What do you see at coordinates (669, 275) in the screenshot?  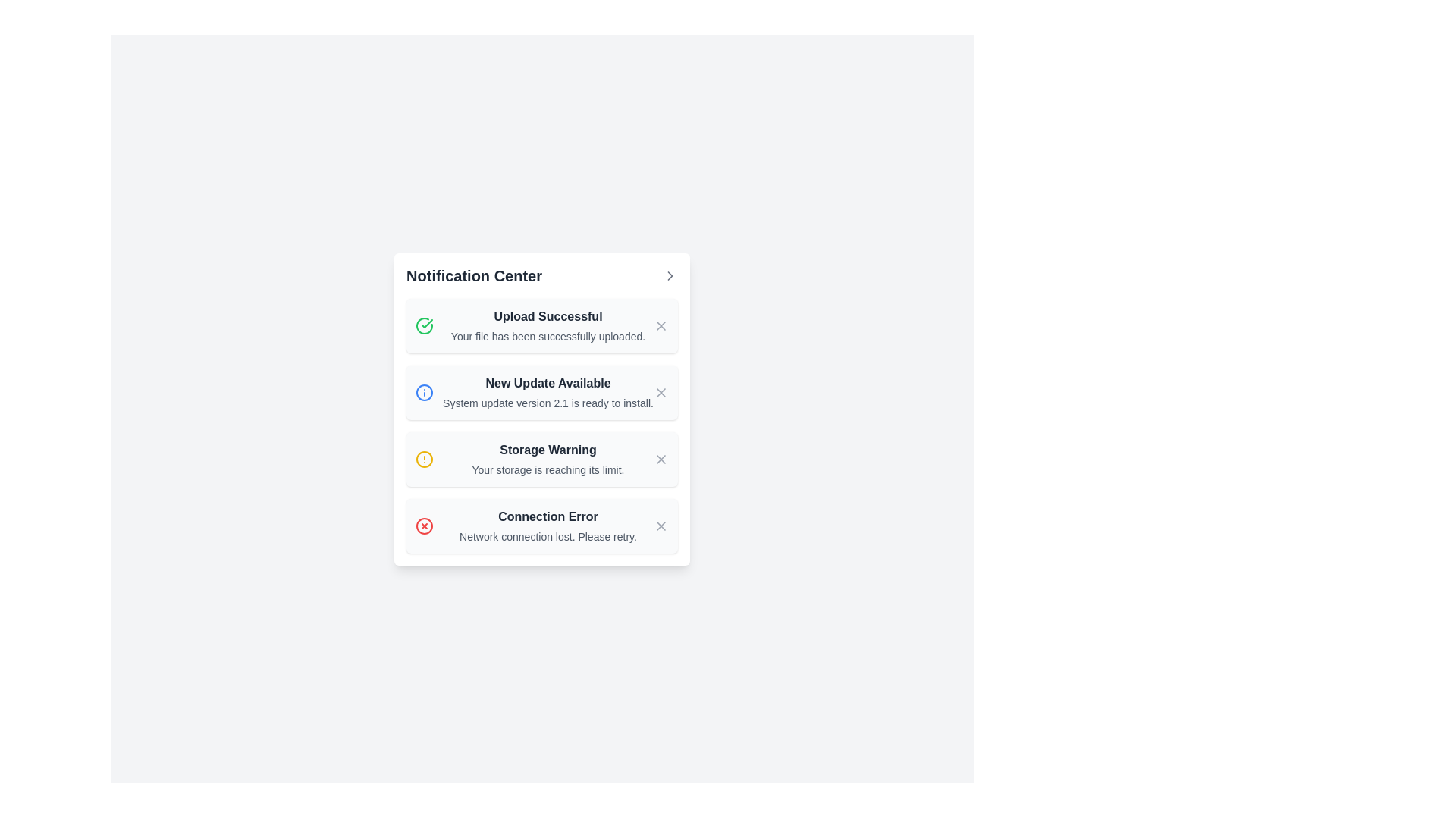 I see `the right-pointing chevron icon located at the top-right corner of the 'Notification Center'` at bounding box center [669, 275].